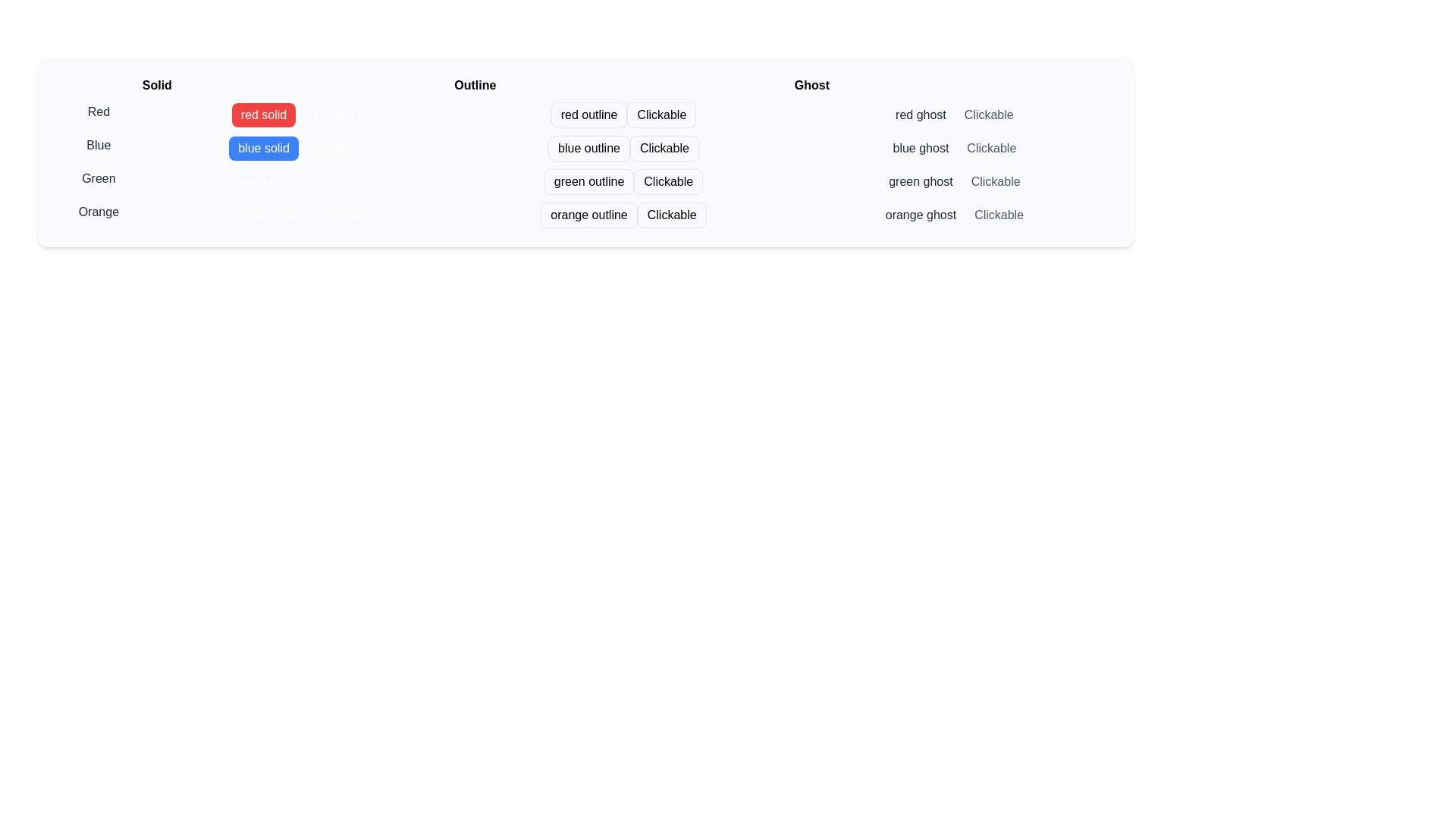 This screenshot has height=819, width=1456. What do you see at coordinates (920, 114) in the screenshot?
I see `the non-interactive text display labeled 'red ghost' located in the 'Ghost' column of the grid, first row, to the left of the 'Clickable' element` at bounding box center [920, 114].